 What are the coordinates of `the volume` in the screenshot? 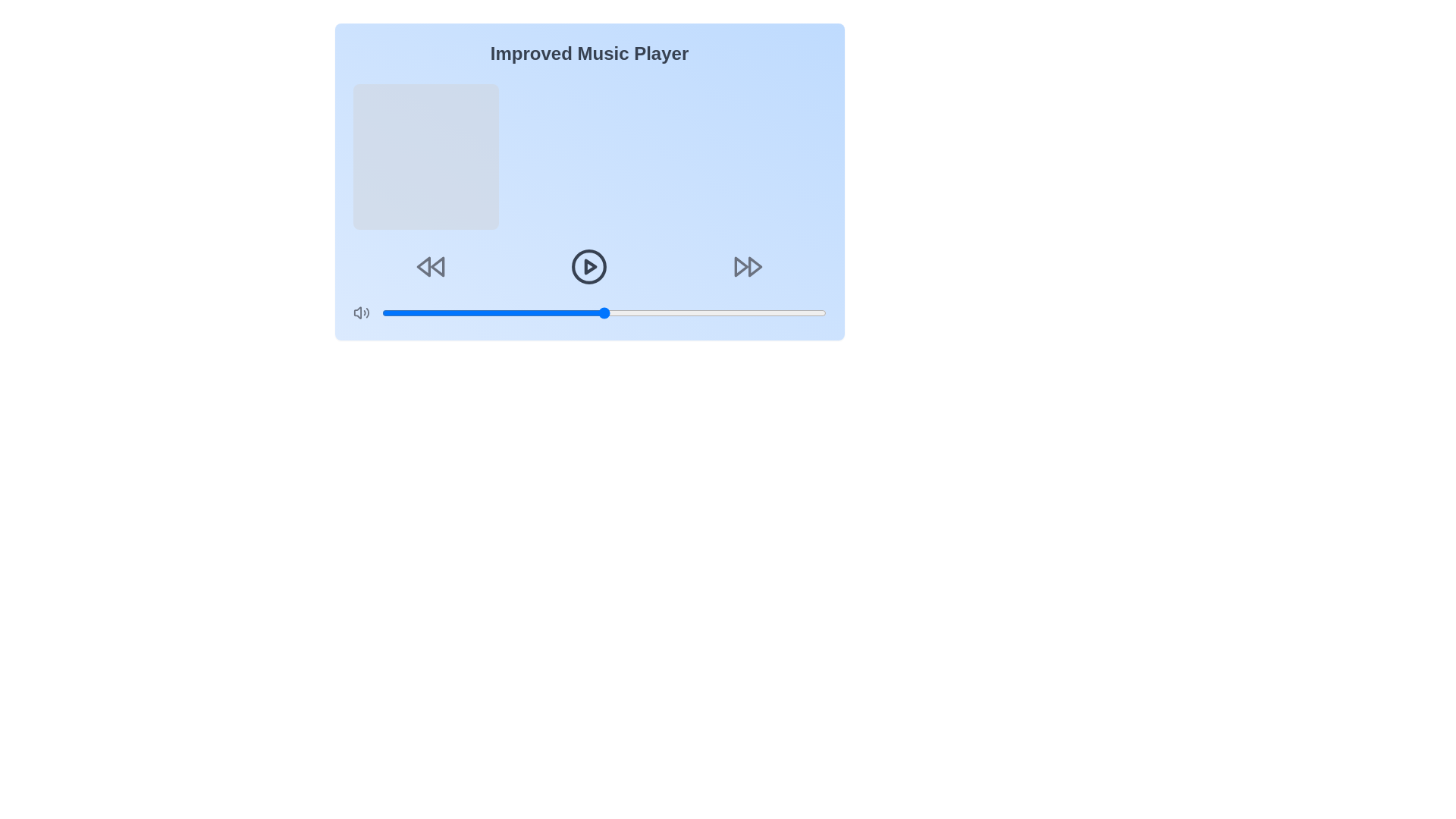 It's located at (811, 312).